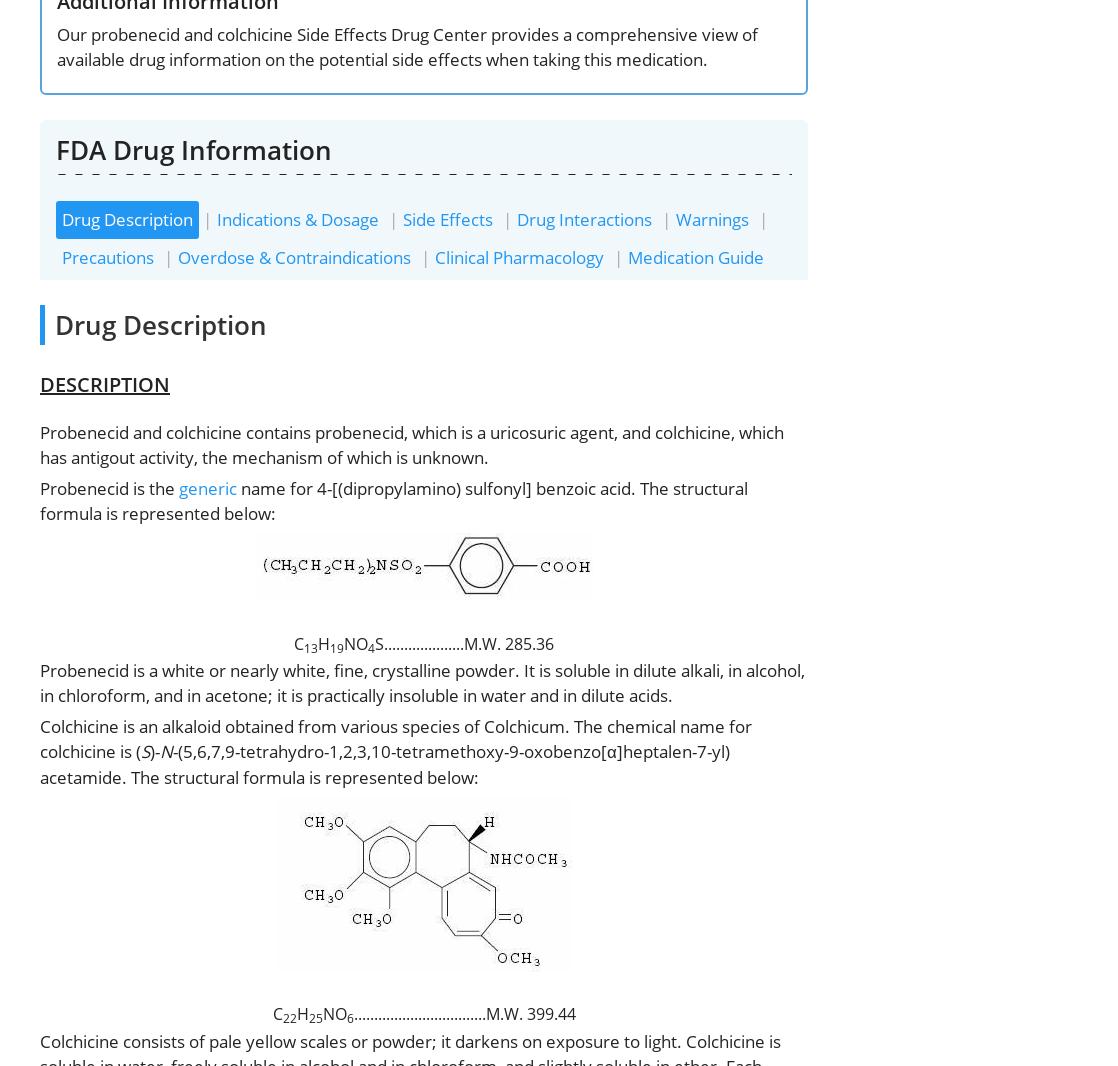  What do you see at coordinates (314, 1018) in the screenshot?
I see `'25'` at bounding box center [314, 1018].